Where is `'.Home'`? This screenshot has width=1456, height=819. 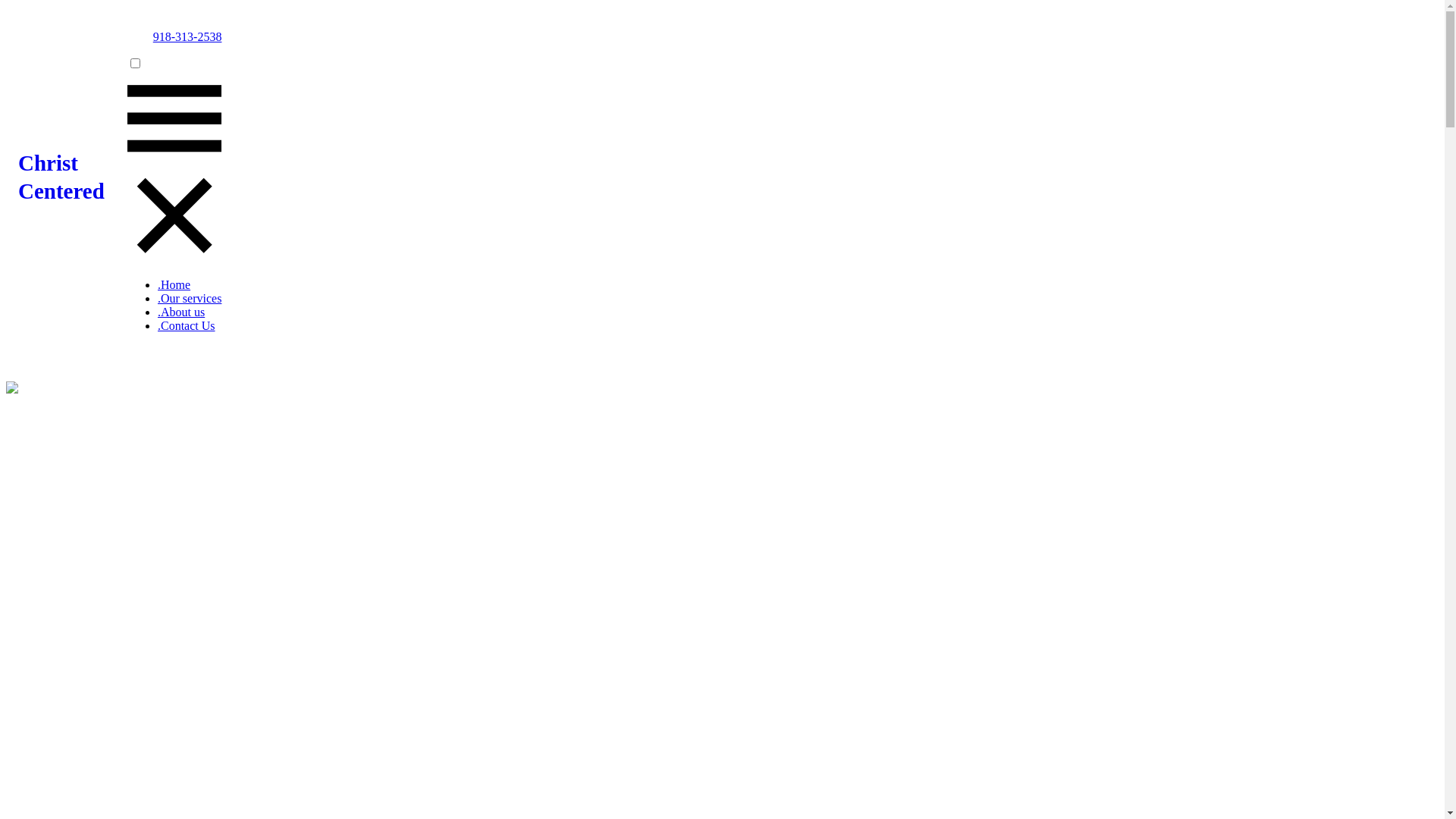 '.Home' is located at coordinates (174, 284).